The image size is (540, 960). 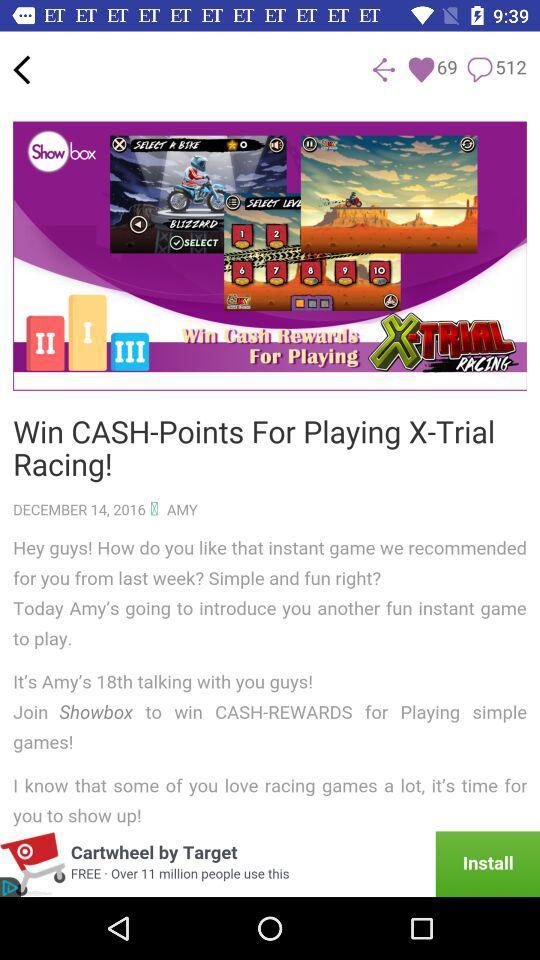 What do you see at coordinates (270, 863) in the screenshot?
I see `open advertisement` at bounding box center [270, 863].